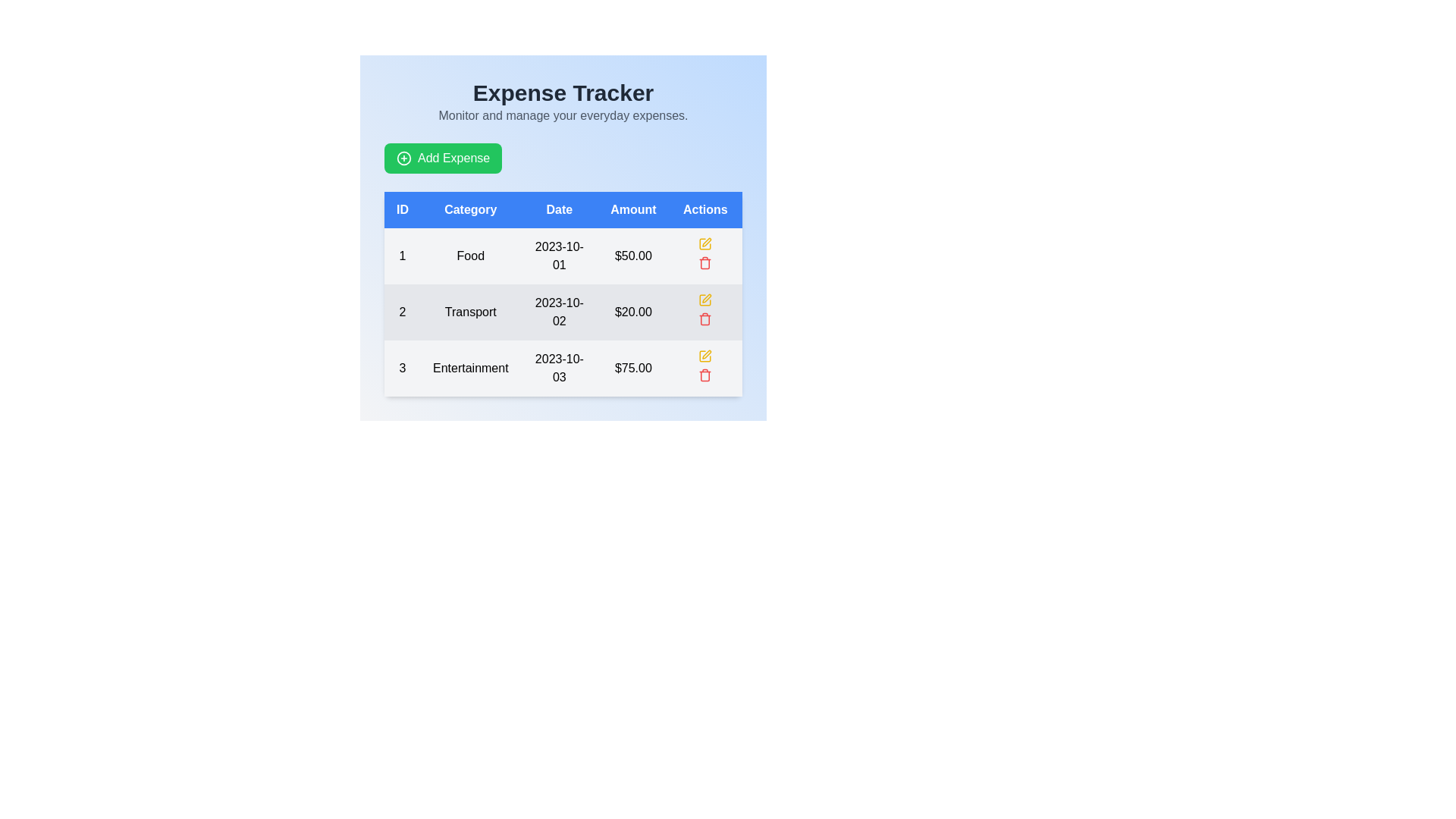 The width and height of the screenshot is (1456, 819). Describe the element at coordinates (469, 312) in the screenshot. I see `the Text Label in the second row of the table under the 'Category' column, positioned between 'ID' column showing '2' and 'Date' column displaying '2023-10-02'` at that location.